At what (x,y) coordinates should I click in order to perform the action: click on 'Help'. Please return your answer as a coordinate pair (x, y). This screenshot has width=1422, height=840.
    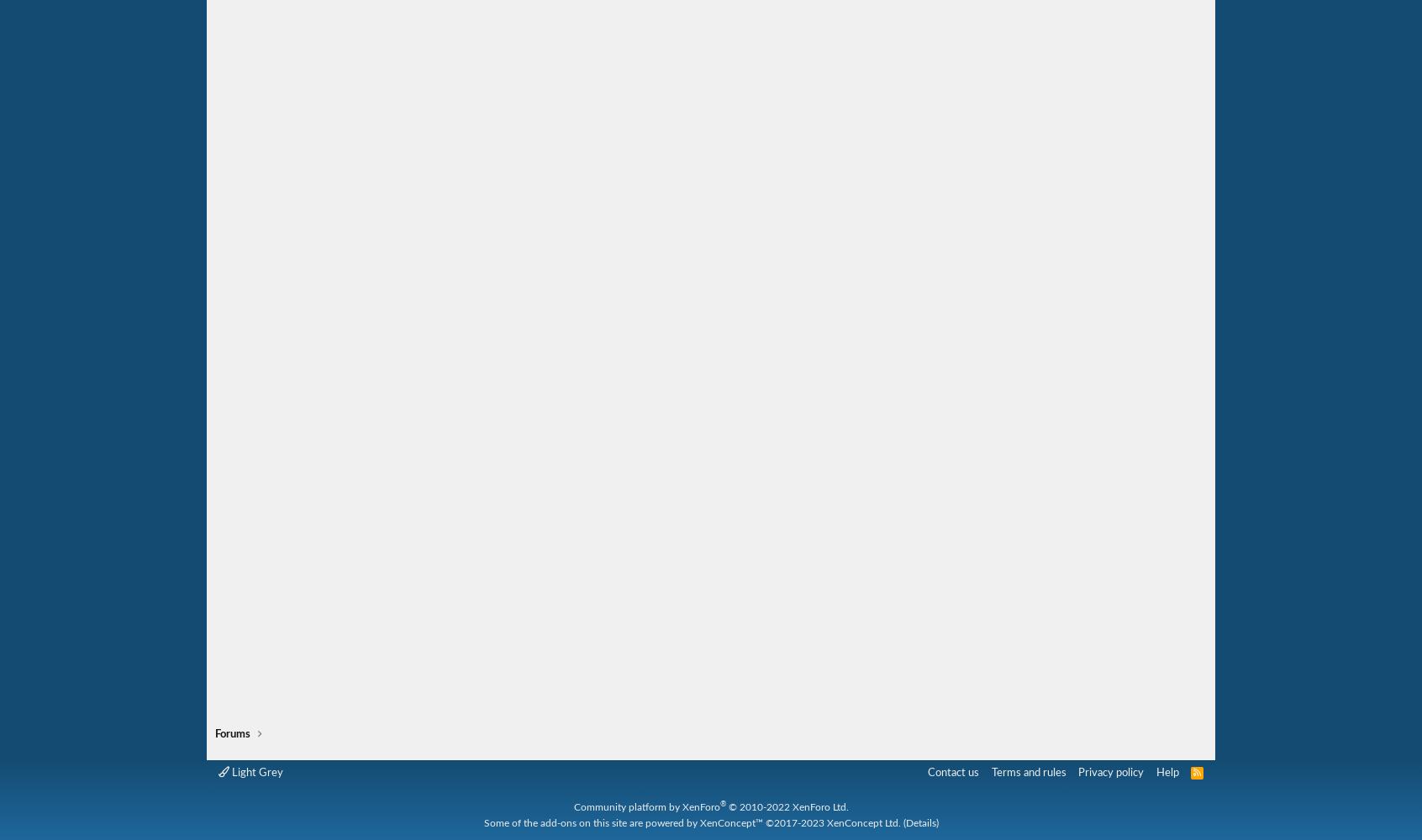
    Looking at the image, I should click on (1167, 772).